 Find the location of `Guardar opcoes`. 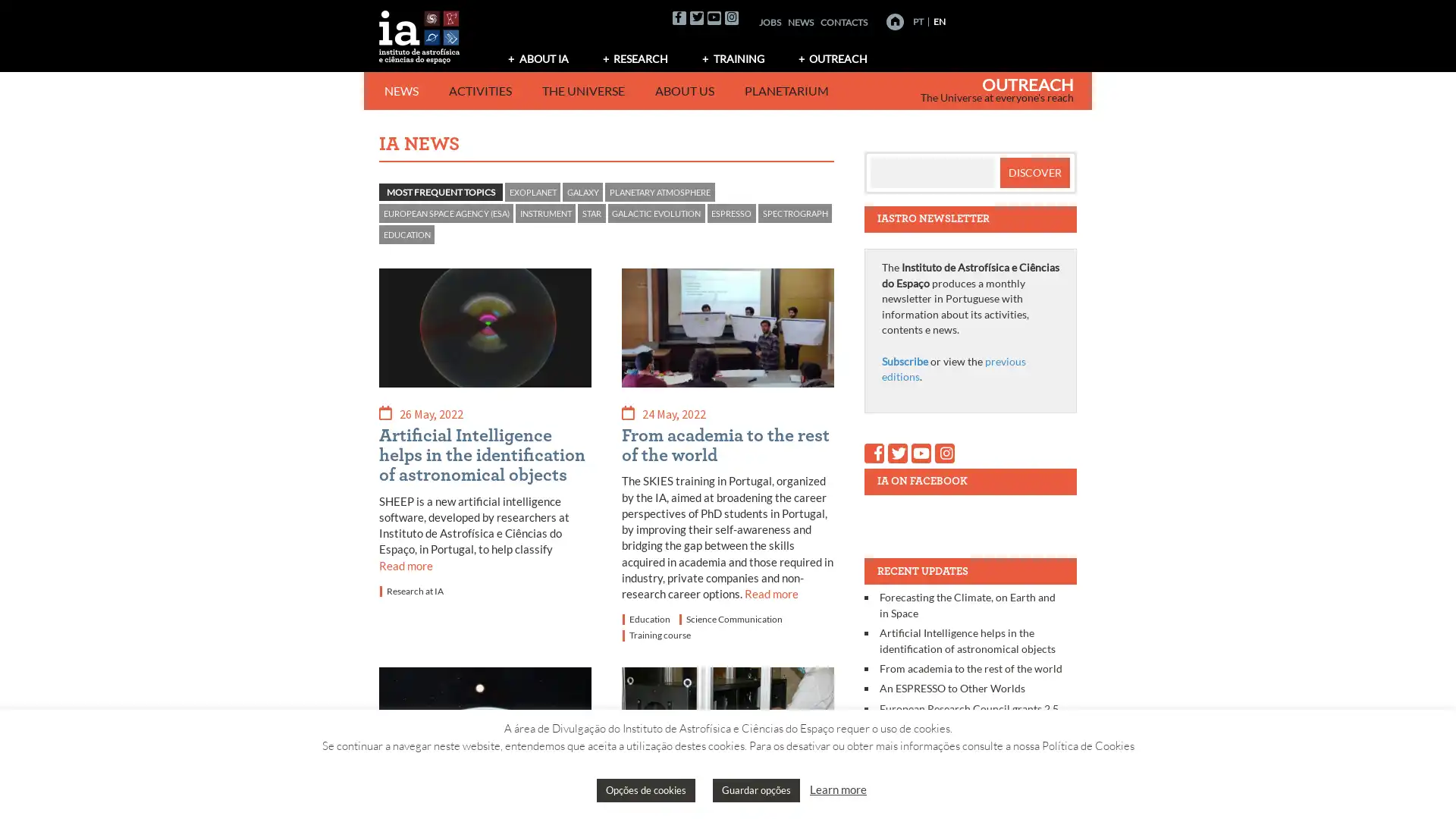

Guardar opcoes is located at coordinates (756, 789).